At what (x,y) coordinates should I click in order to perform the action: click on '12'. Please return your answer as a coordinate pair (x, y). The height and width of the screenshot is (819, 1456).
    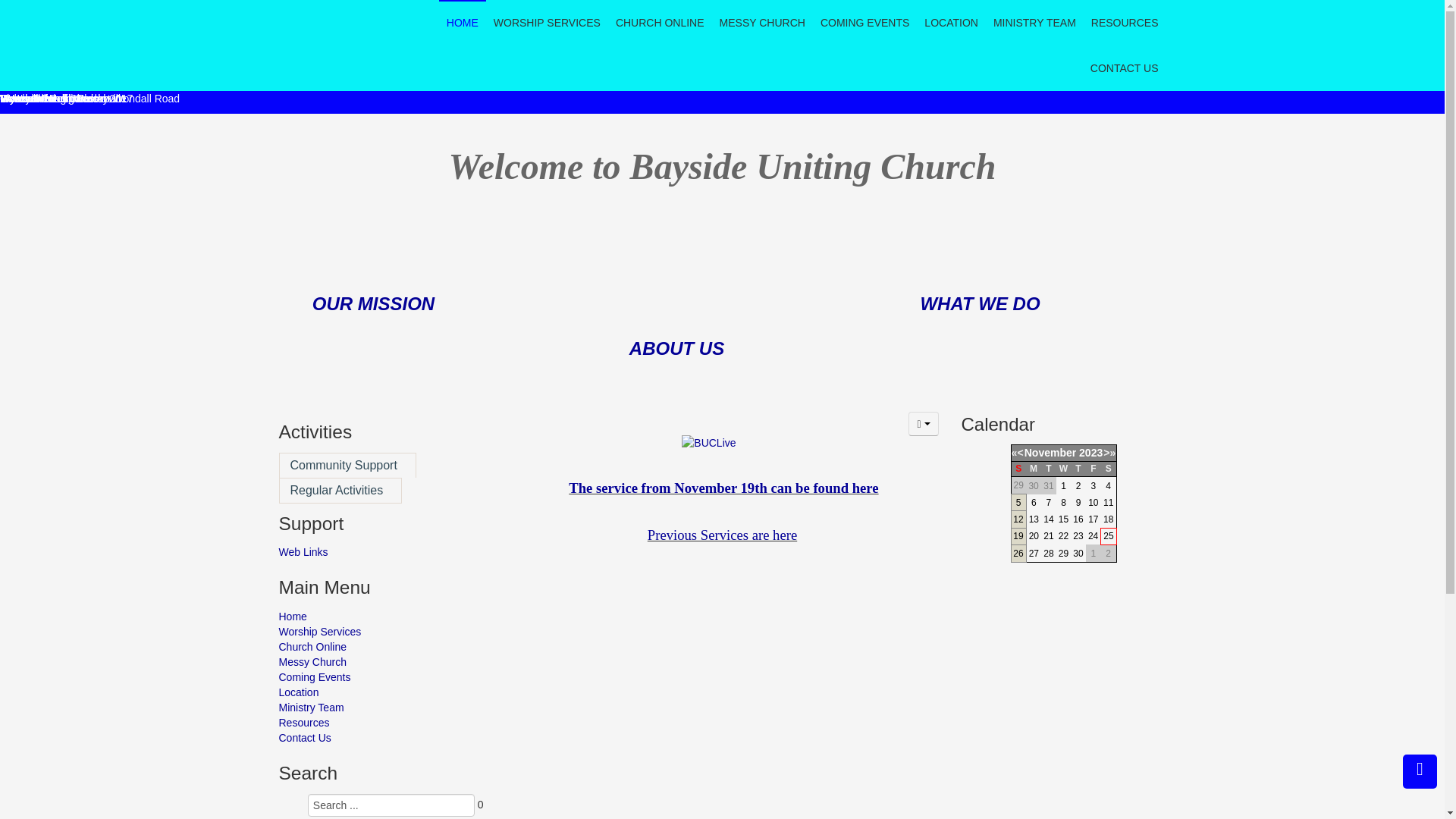
    Looking at the image, I should click on (1018, 519).